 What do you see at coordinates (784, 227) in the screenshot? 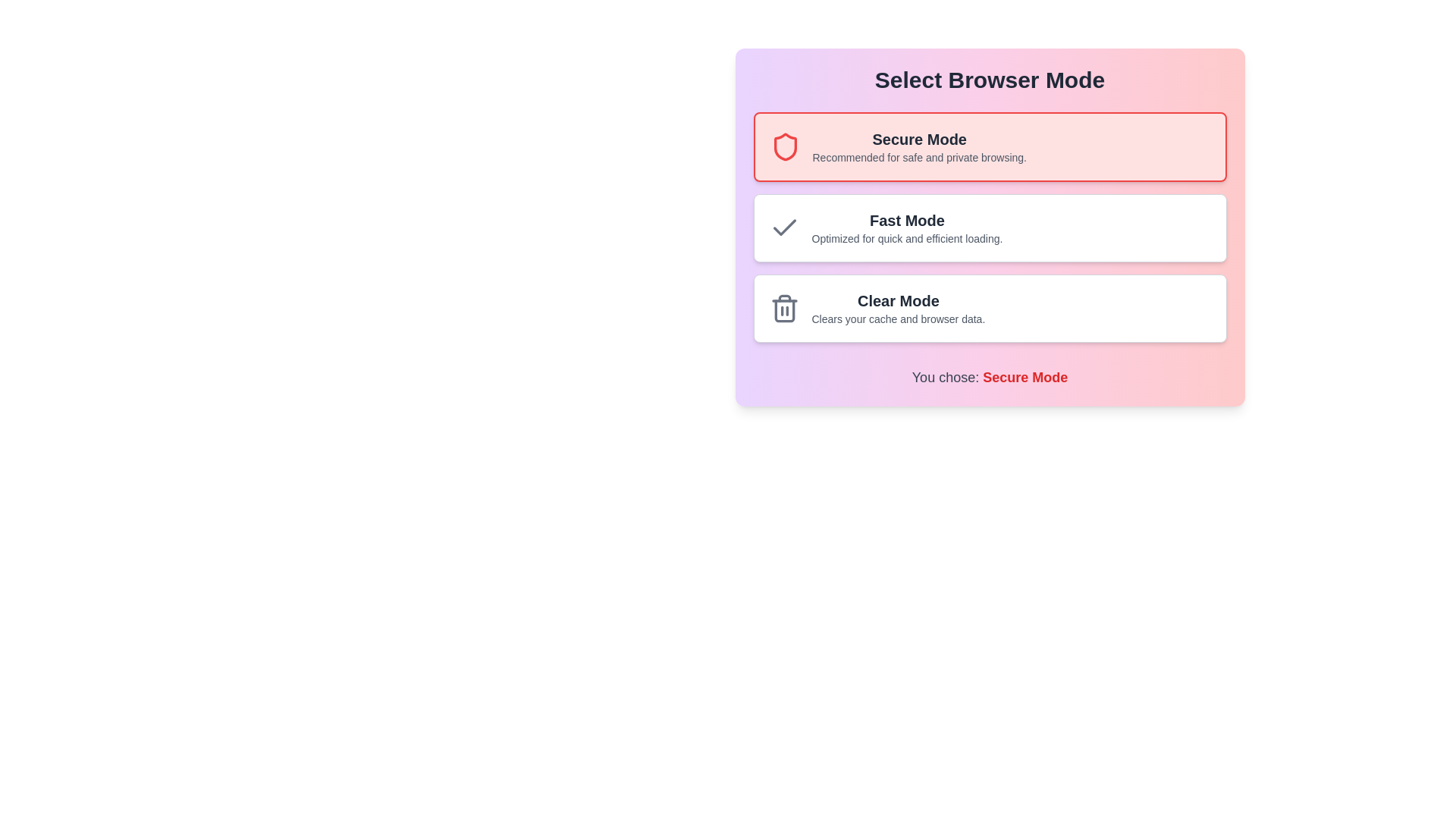
I see `the checkmark icon to toggle the state of the 'Fast Mode' option in the selection list` at bounding box center [784, 227].